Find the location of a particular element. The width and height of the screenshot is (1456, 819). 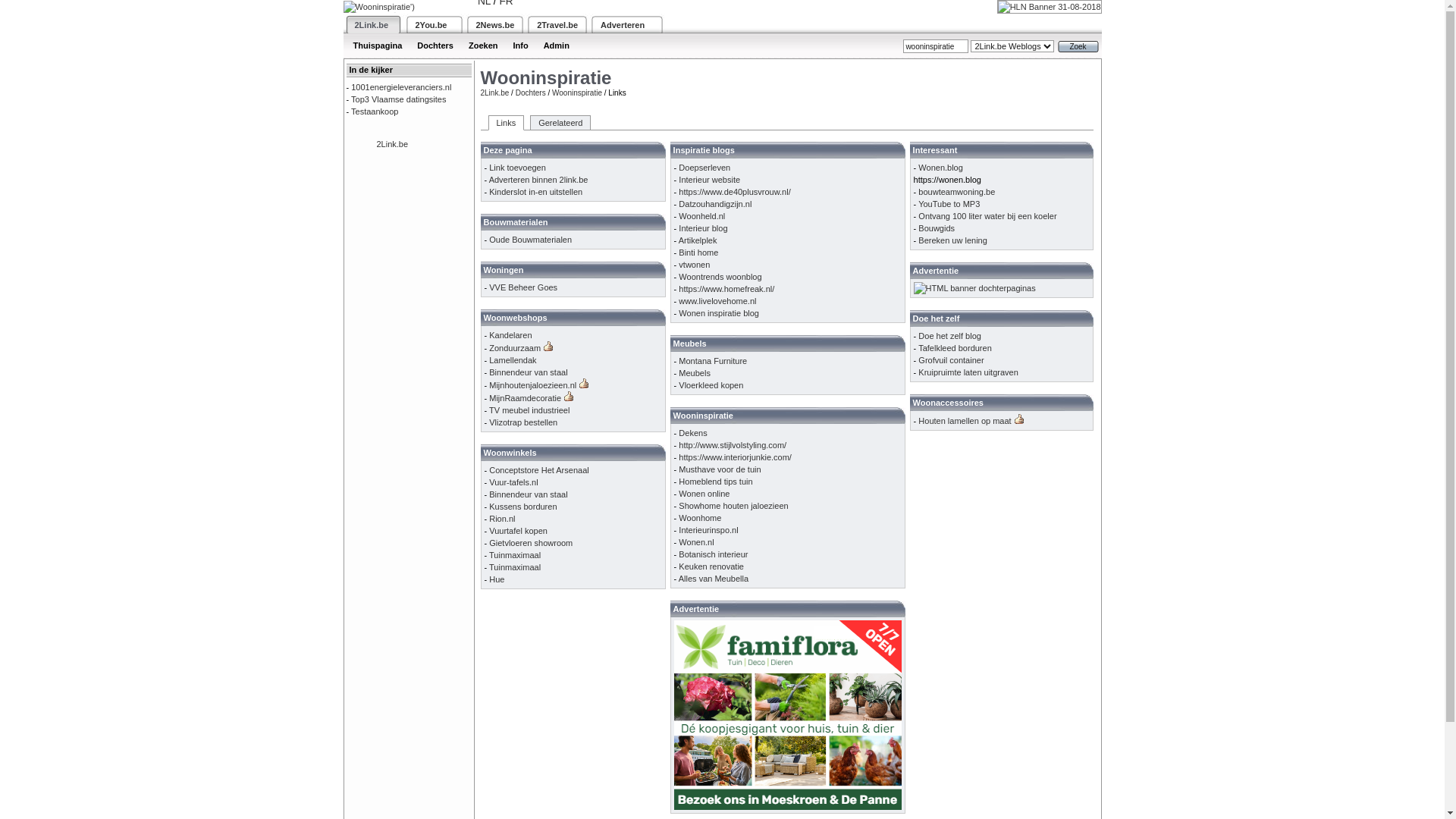

'2Link.be' is located at coordinates (372, 25).